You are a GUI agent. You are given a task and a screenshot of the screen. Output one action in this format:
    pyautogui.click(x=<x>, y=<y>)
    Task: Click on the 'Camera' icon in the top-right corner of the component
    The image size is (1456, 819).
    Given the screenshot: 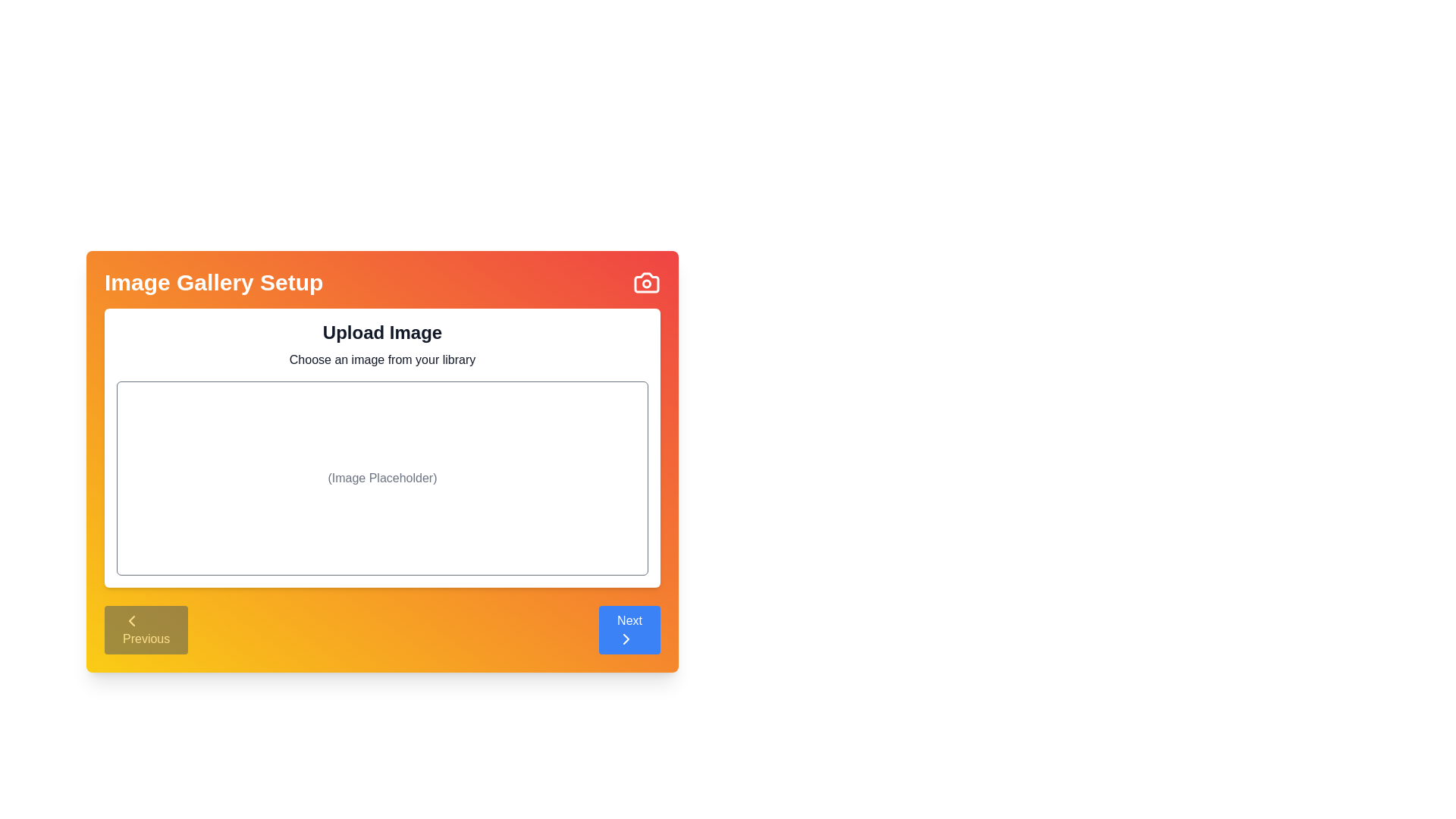 What is the action you would take?
    pyautogui.click(x=647, y=283)
    